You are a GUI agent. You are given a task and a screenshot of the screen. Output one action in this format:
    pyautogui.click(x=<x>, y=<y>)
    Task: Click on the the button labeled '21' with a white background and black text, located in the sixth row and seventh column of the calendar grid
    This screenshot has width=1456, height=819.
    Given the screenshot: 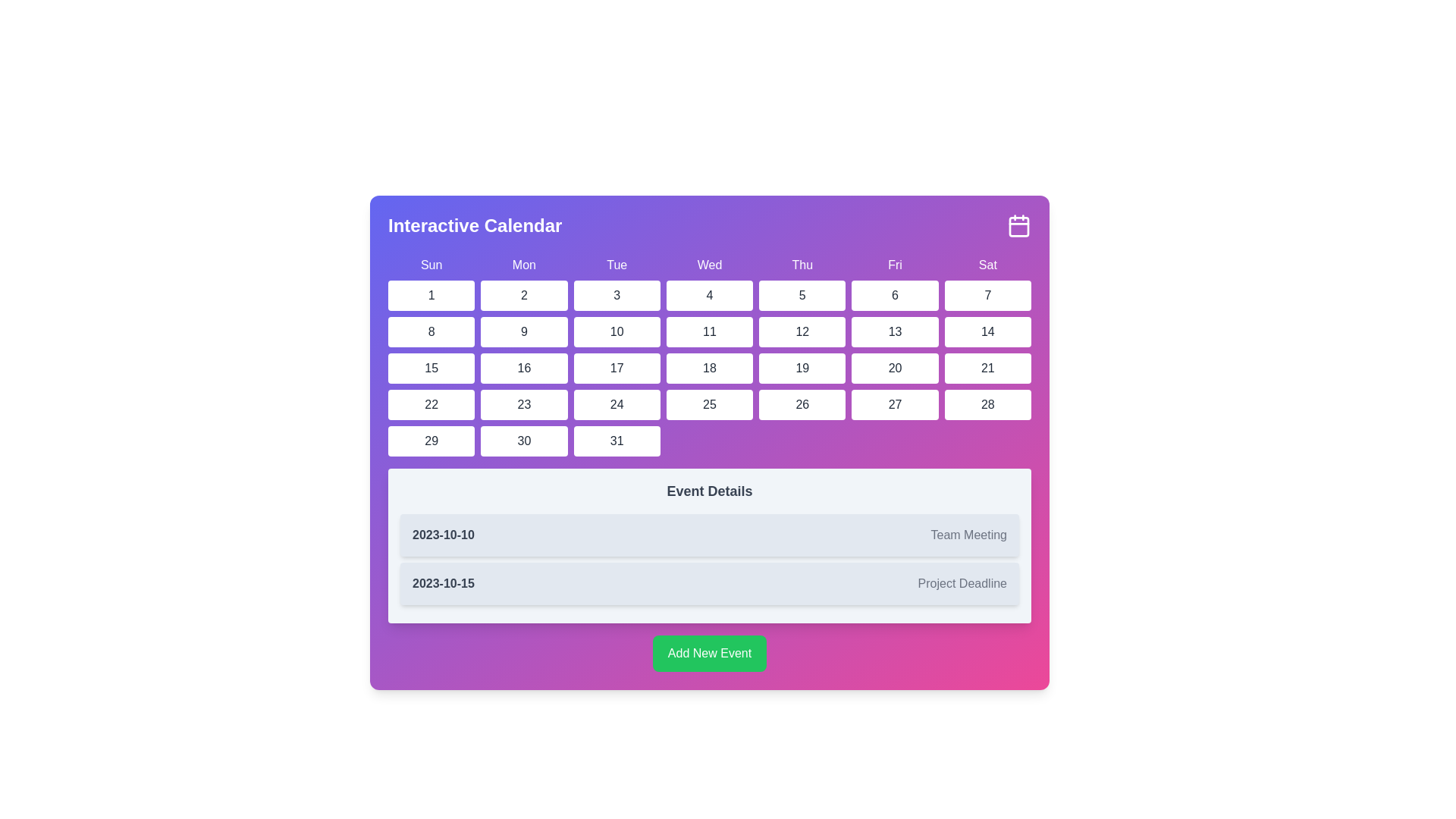 What is the action you would take?
    pyautogui.click(x=987, y=369)
    